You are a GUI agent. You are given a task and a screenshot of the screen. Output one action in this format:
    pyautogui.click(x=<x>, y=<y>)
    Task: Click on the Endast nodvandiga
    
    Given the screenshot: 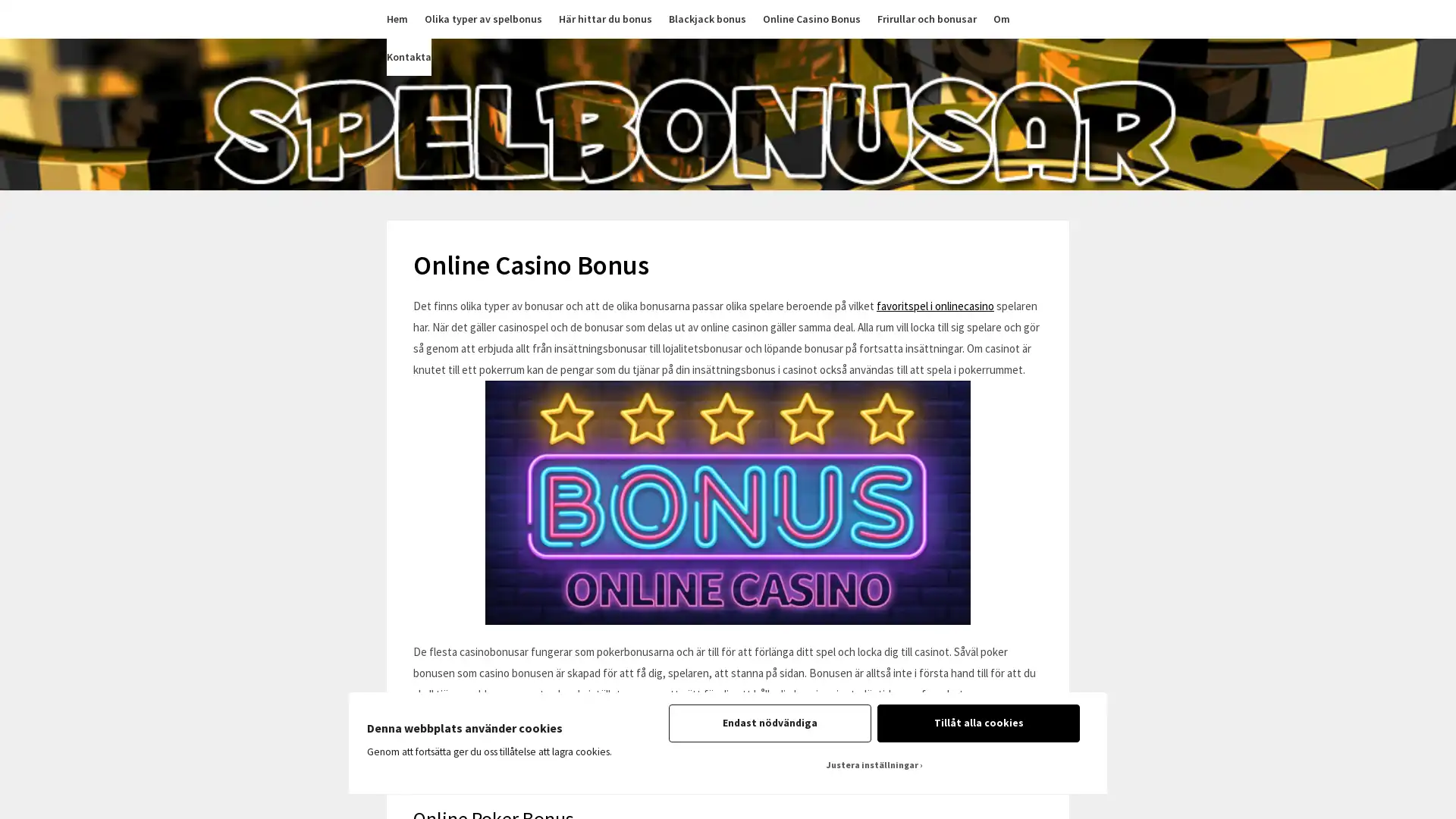 What is the action you would take?
    pyautogui.click(x=770, y=722)
    